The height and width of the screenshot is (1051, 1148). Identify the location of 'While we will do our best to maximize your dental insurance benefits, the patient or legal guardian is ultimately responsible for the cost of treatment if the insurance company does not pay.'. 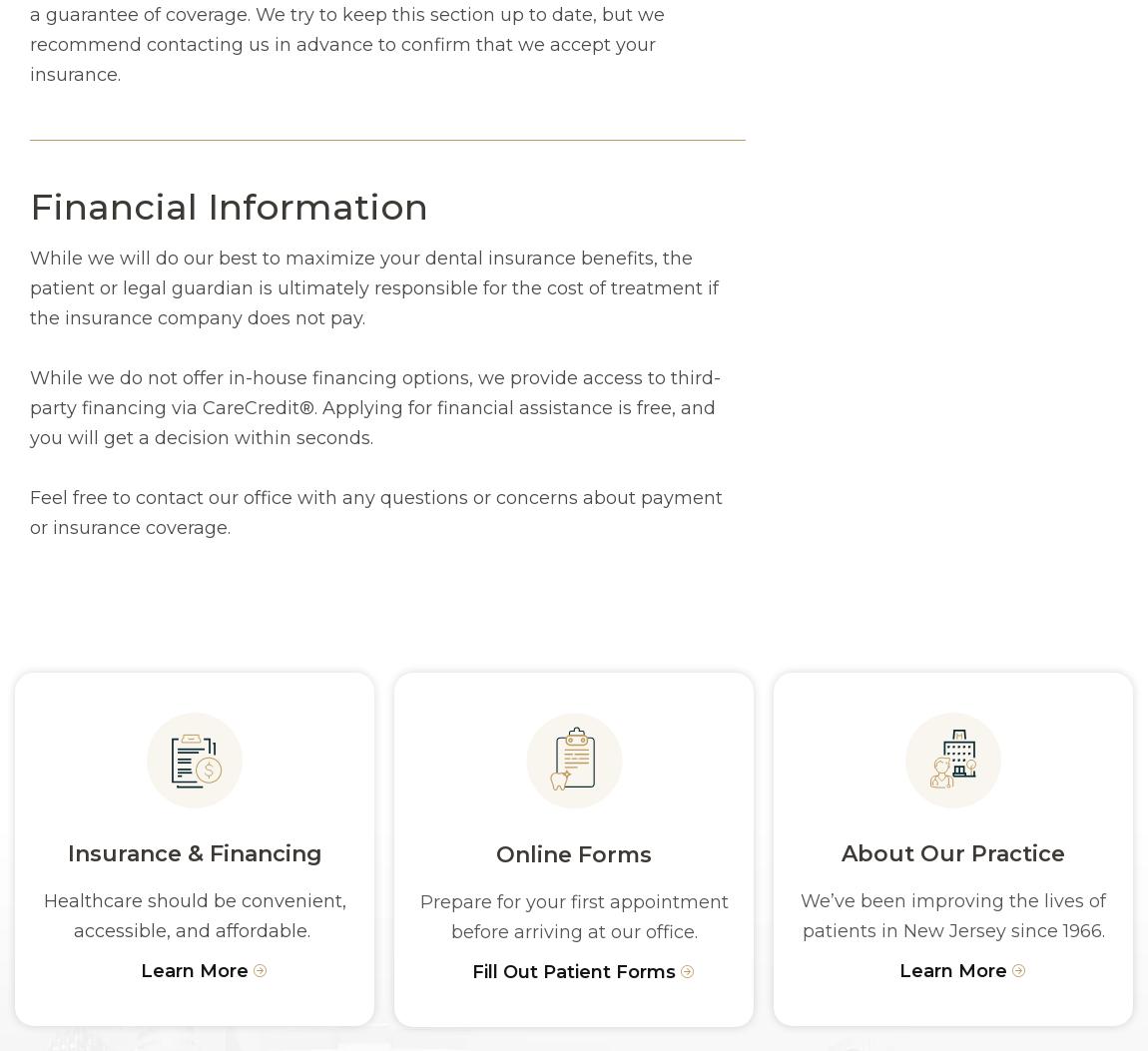
(374, 288).